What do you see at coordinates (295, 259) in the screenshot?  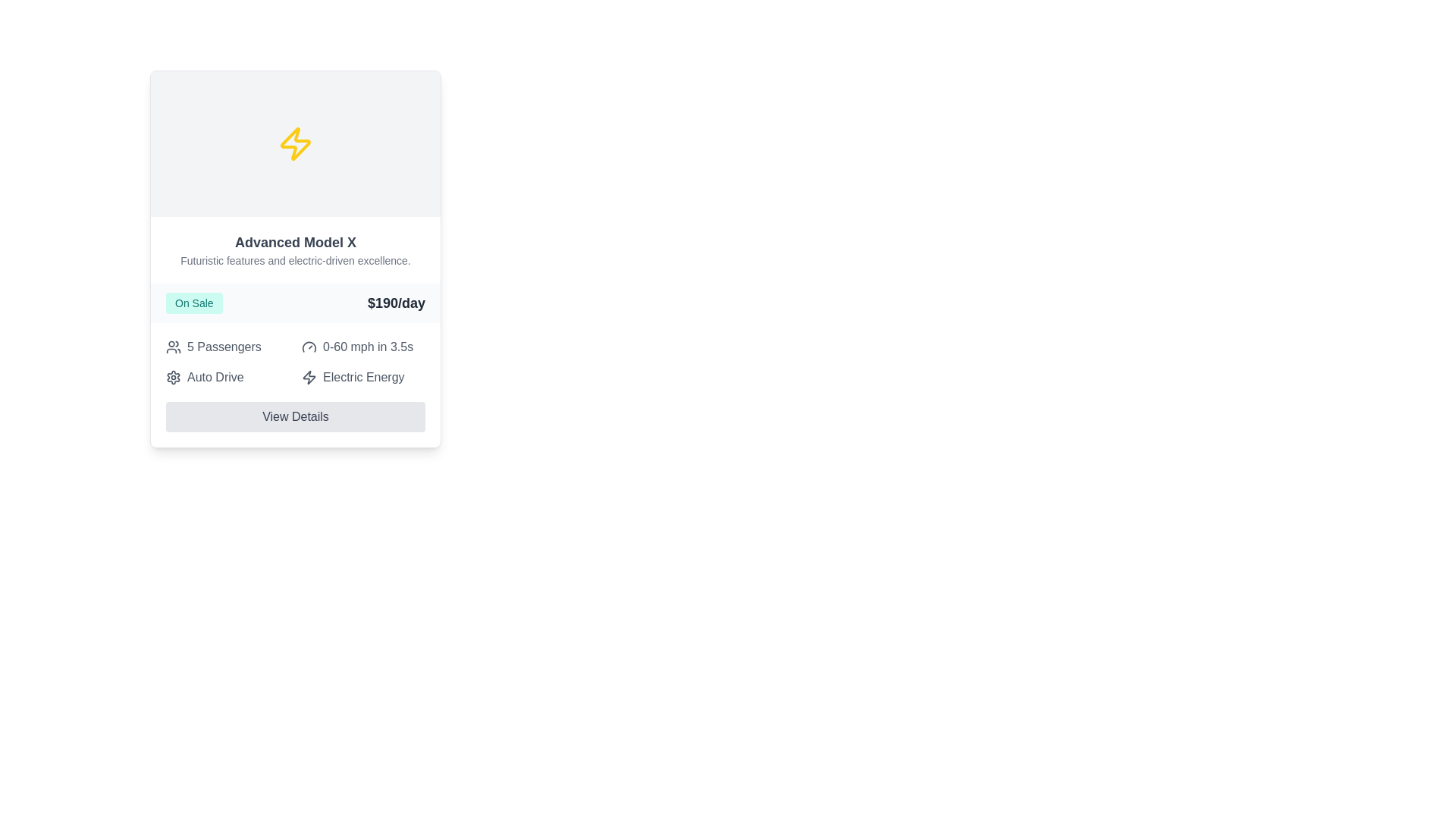 I see `the text display element that reads 'Futuristic features and electric-driven excellence.', which is located directly below the title 'Advanced Model X'` at bounding box center [295, 259].